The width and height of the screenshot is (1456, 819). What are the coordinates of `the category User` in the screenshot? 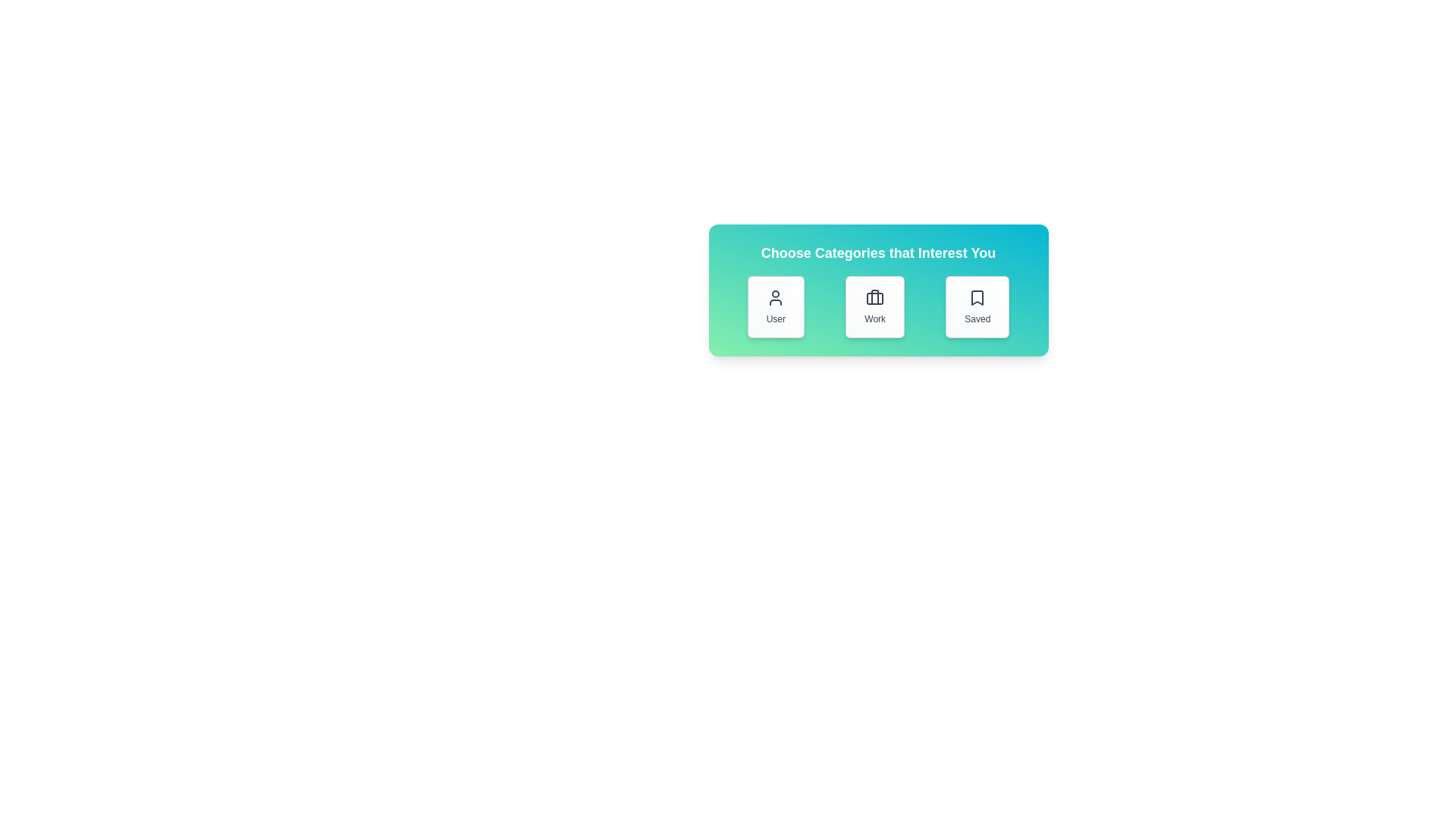 It's located at (776, 307).